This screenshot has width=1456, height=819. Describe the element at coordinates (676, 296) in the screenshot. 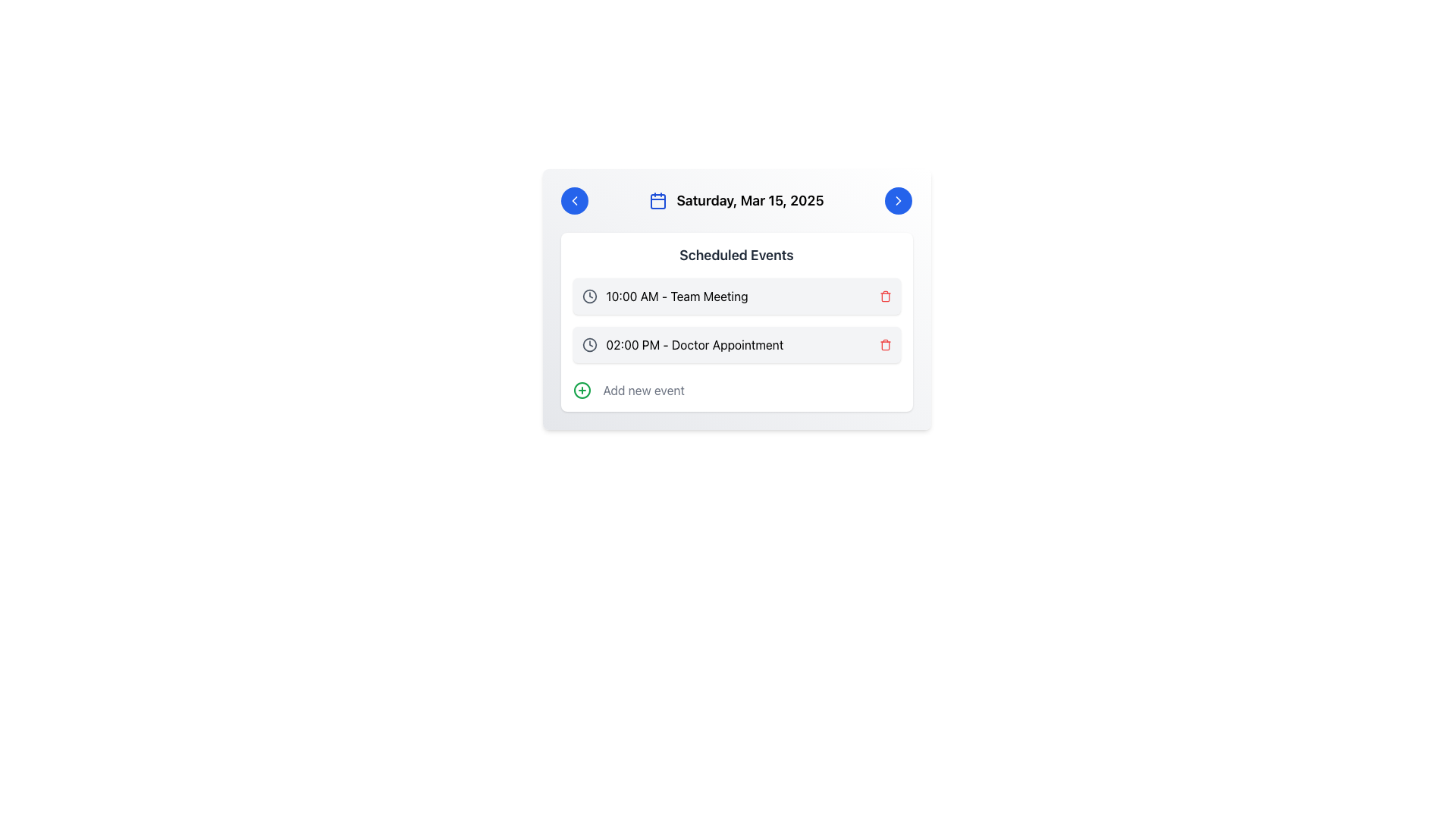

I see `the informational text label indicating the timing and title of the scheduled meeting, which is located to the right of a clock icon in the first event of the 'Scheduled Events' section` at that location.